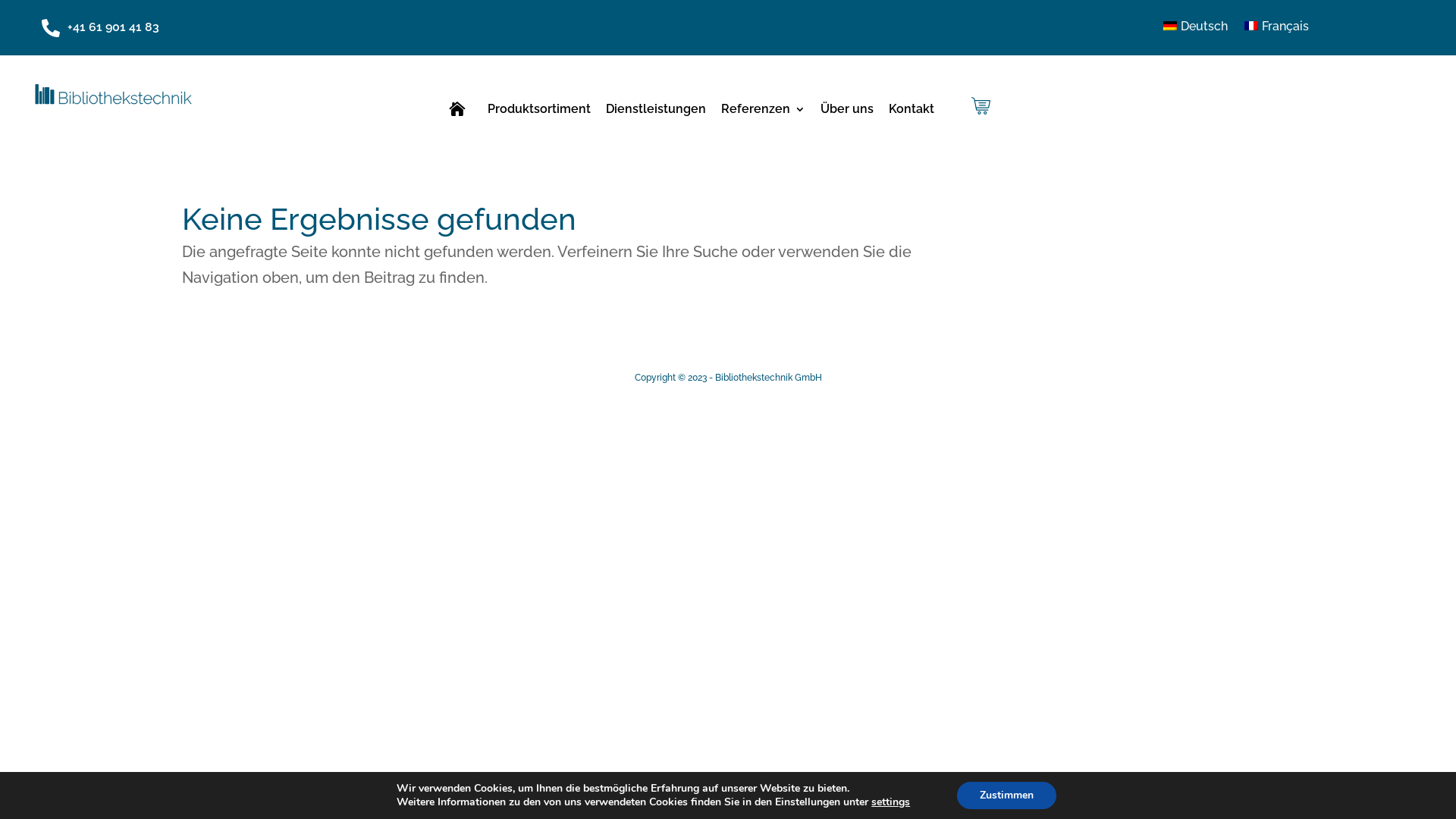  I want to click on 'Referenzen', so click(763, 111).